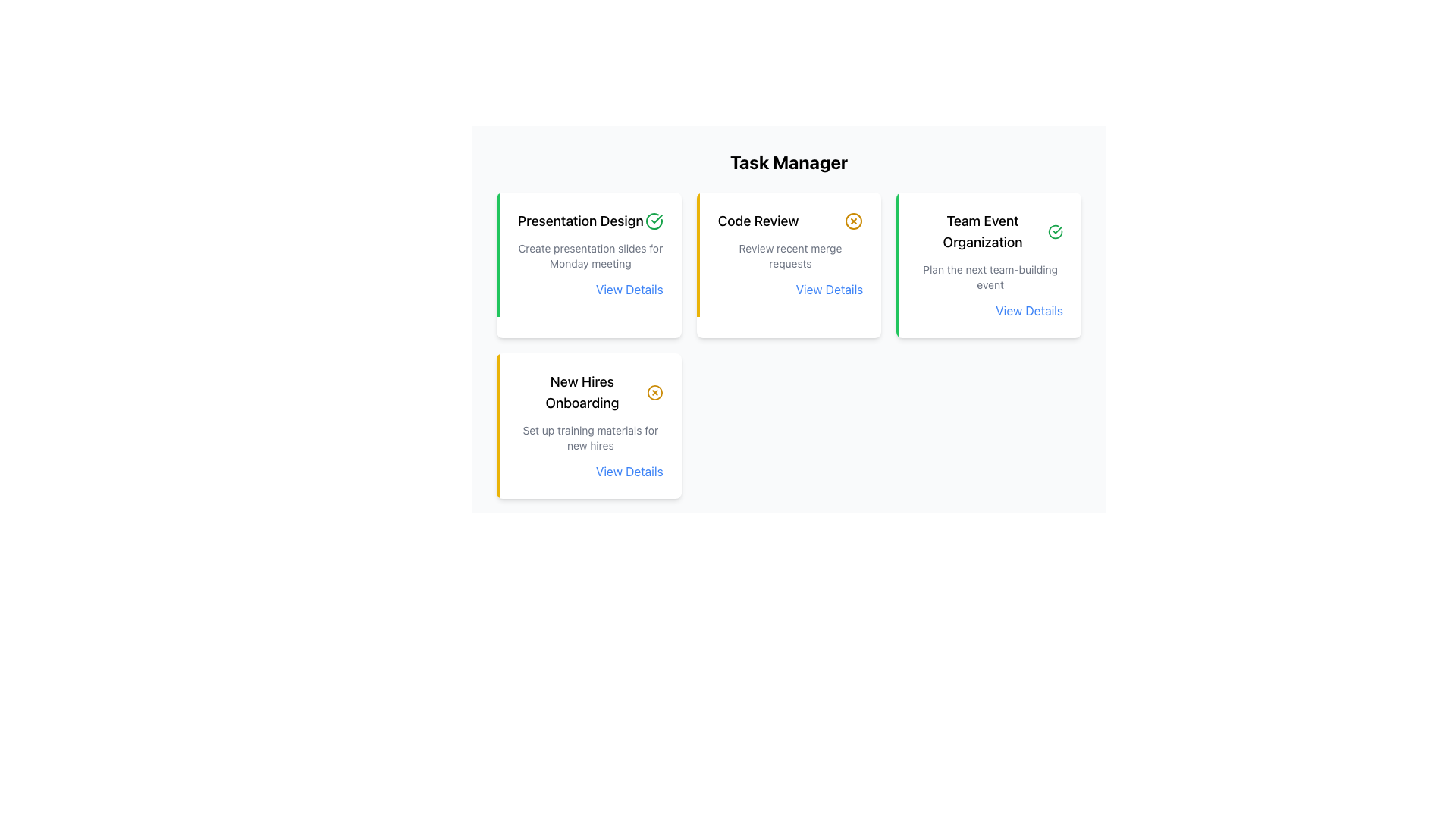  What do you see at coordinates (854, 221) in the screenshot?
I see `the circular yellow 'close' icon with an 'X' symbol located to the right of the 'Code Review' title within its card` at bounding box center [854, 221].